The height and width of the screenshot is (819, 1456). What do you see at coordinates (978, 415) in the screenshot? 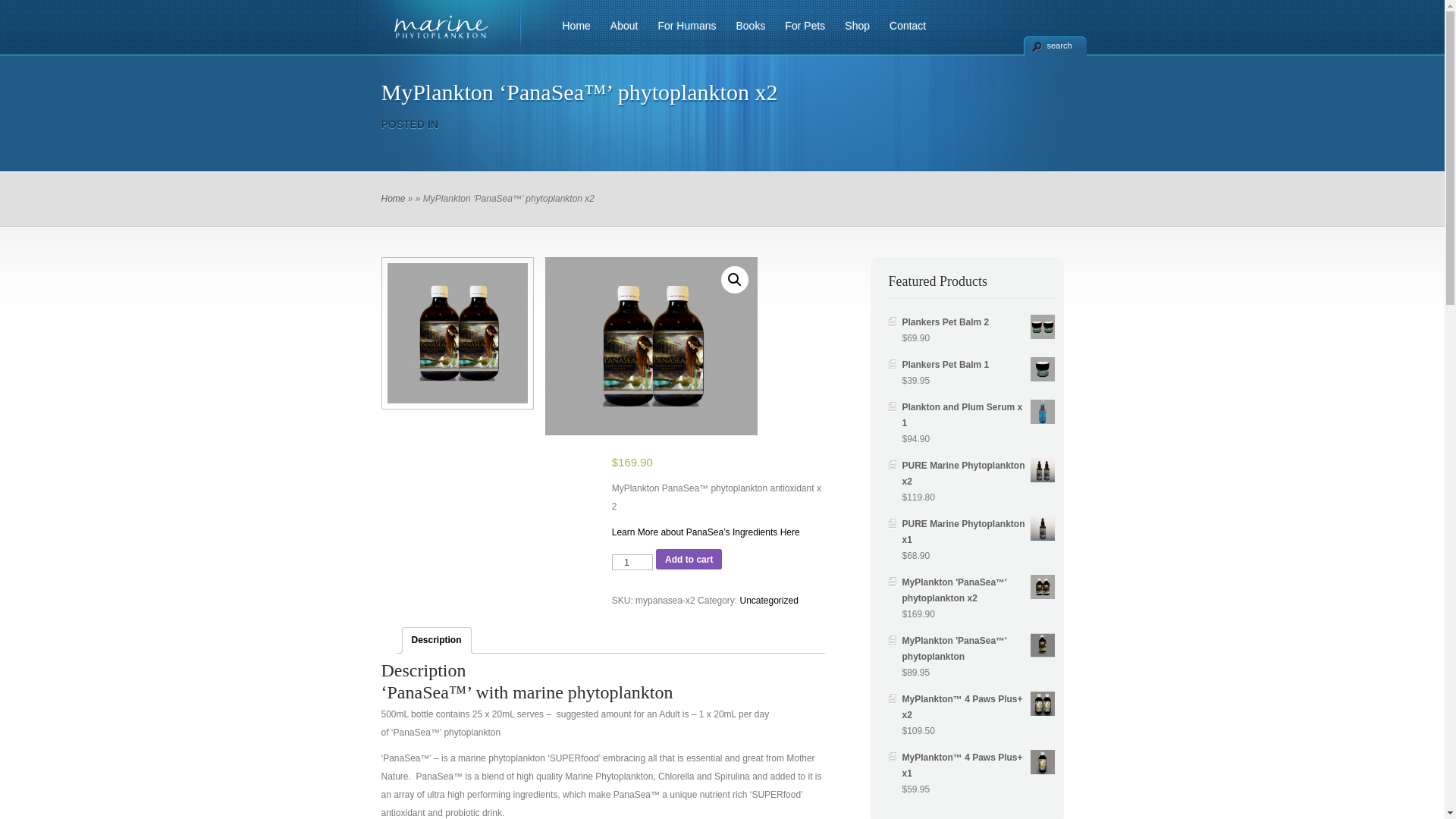
I see `'Plankton and Plum Serum x 1'` at bounding box center [978, 415].